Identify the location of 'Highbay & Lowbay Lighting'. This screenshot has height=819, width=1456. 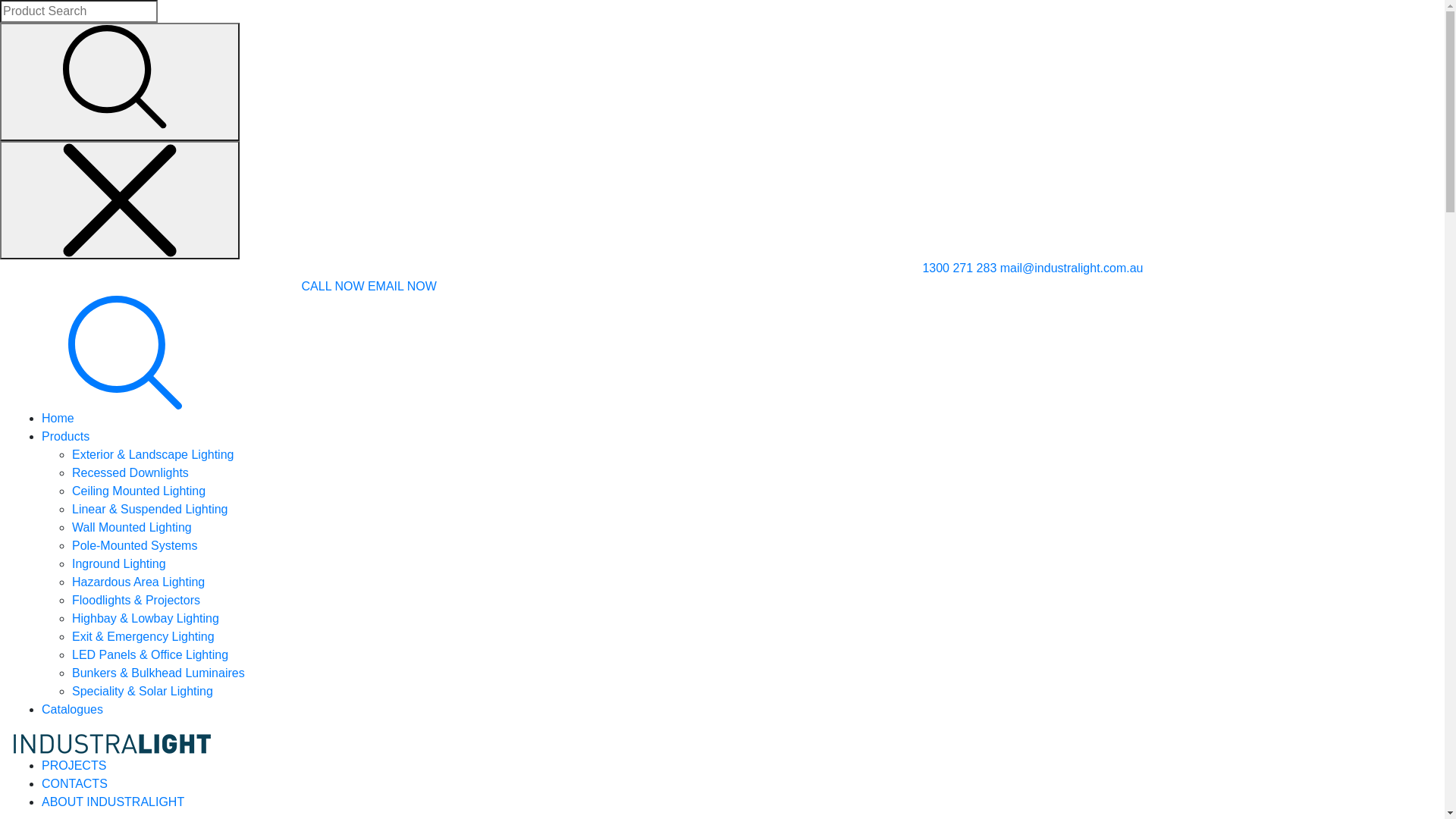
(71, 618).